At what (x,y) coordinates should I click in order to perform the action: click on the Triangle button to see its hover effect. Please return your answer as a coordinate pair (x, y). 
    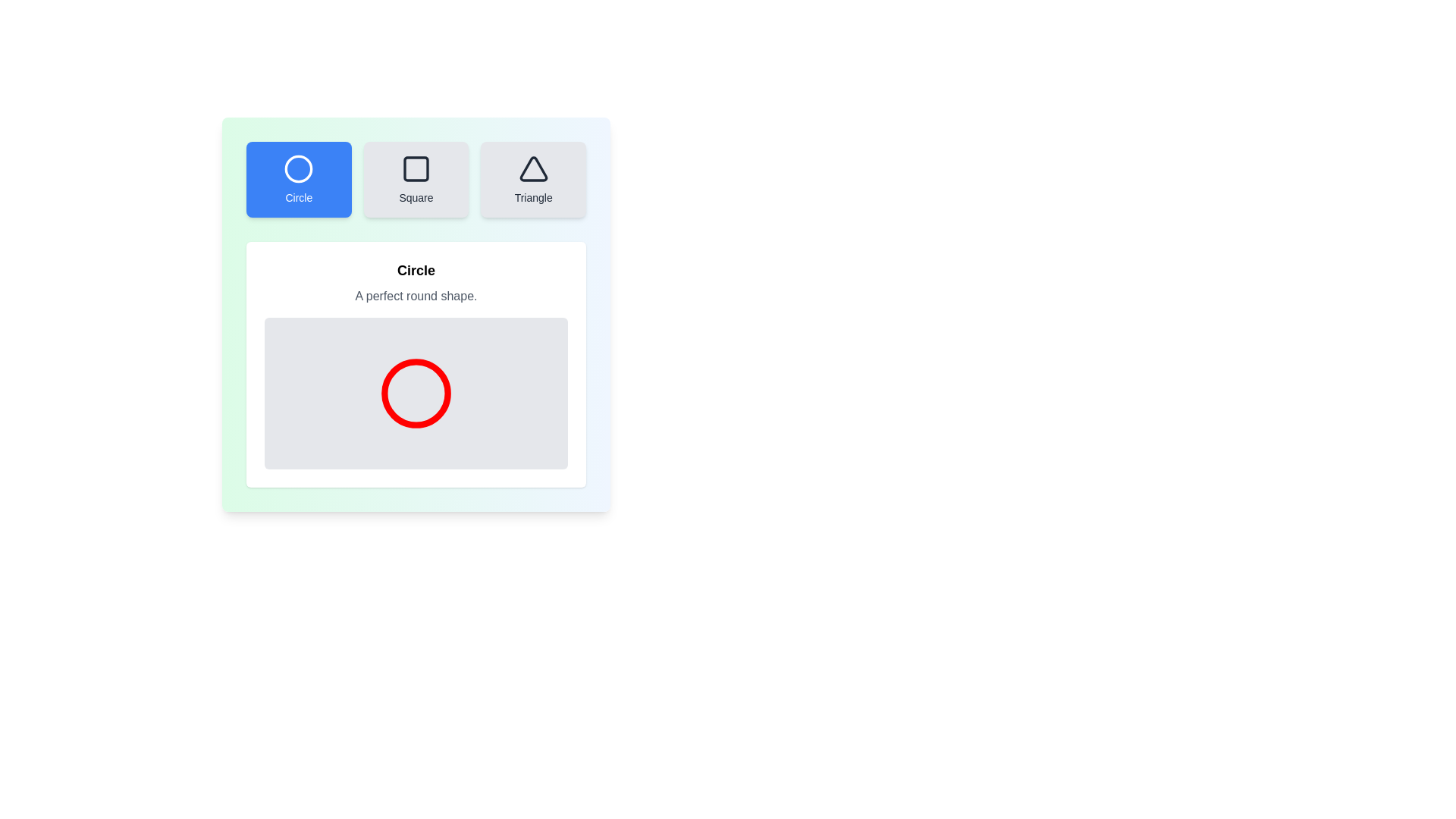
    Looking at the image, I should click on (533, 178).